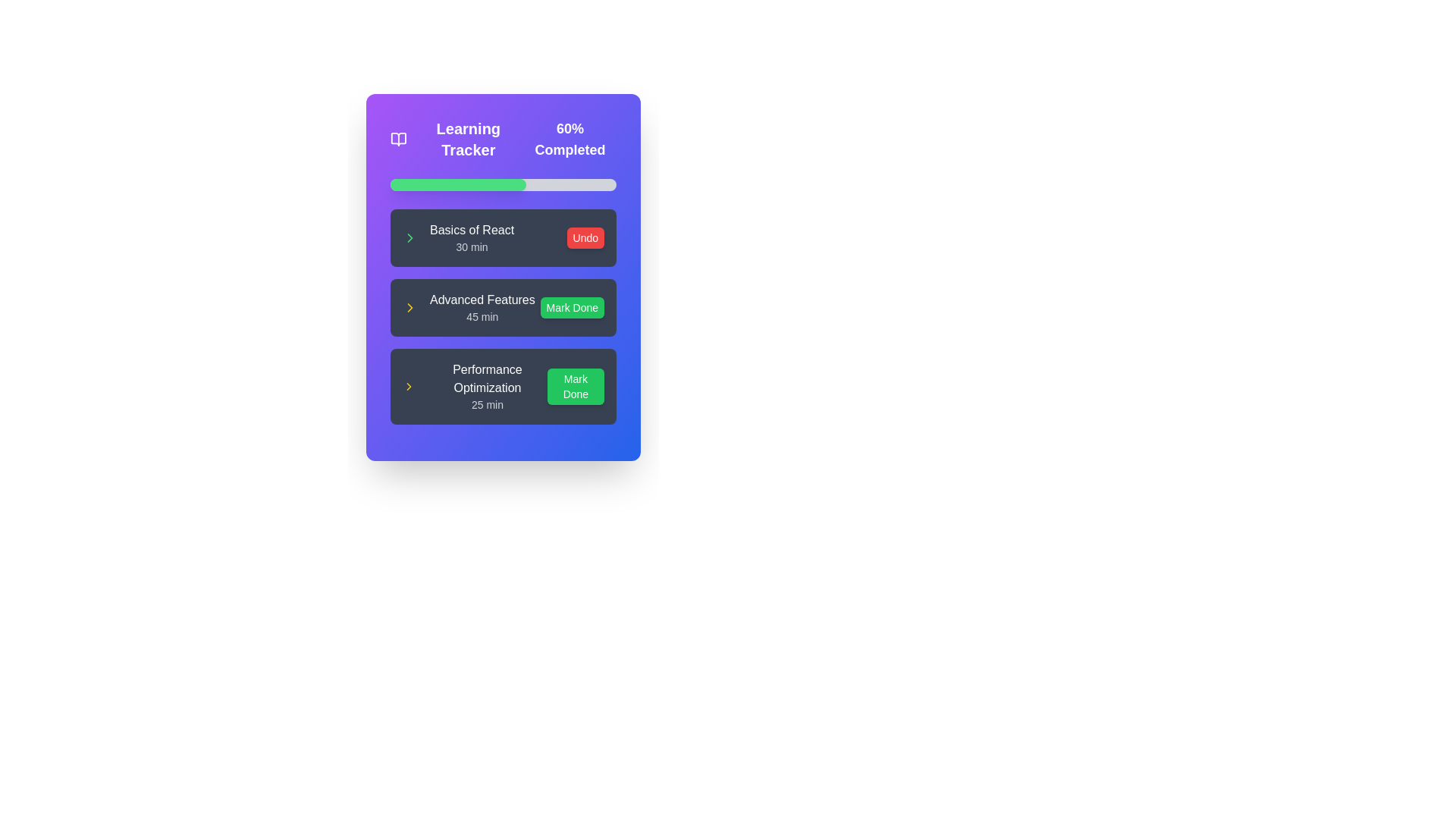  What do you see at coordinates (409, 385) in the screenshot?
I see `the yellow right-pointing arrow icon button located on the left side of the 'Performance Optimization' card, which is the third card in the vertical list of learning topics` at bounding box center [409, 385].